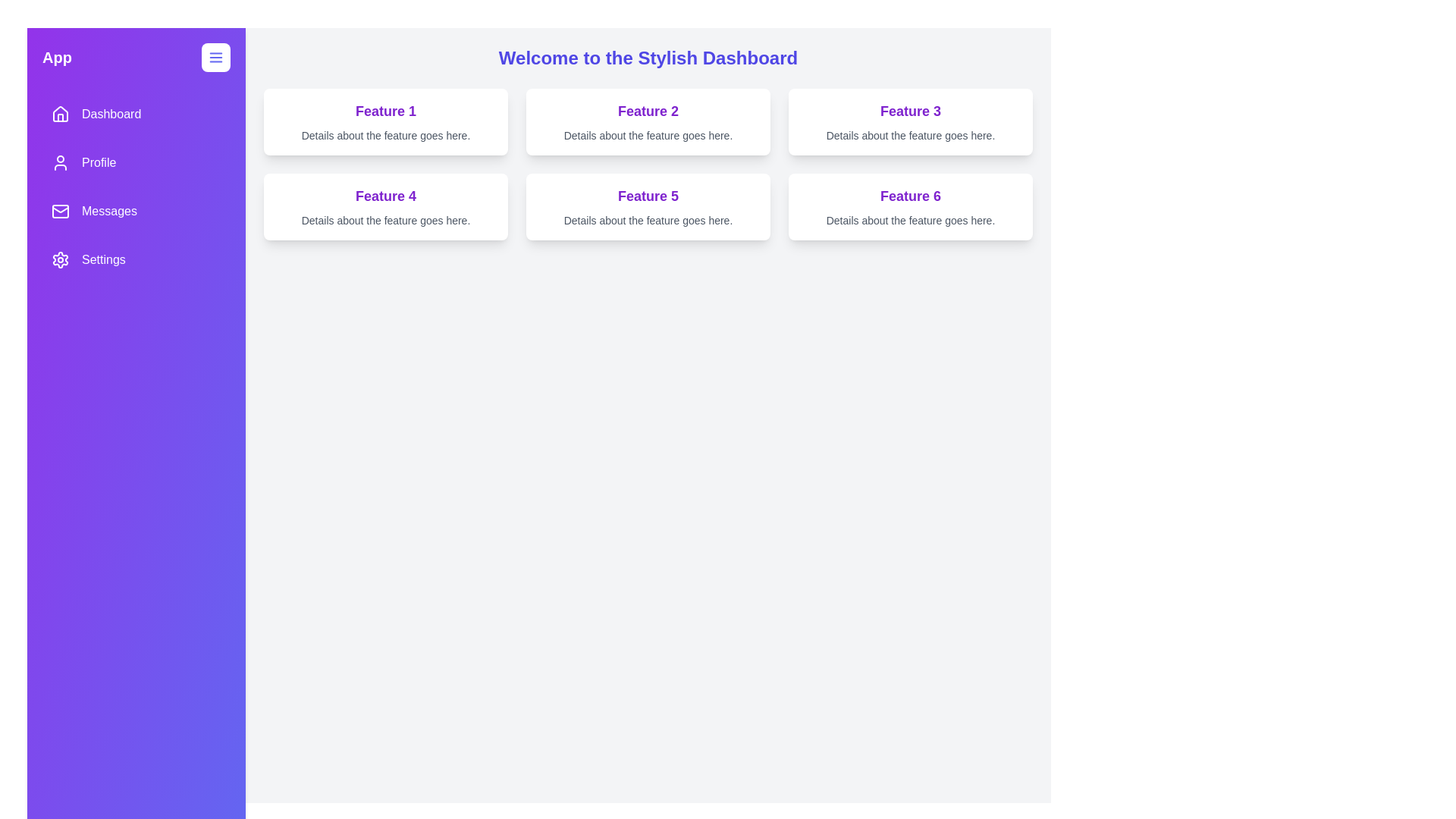  What do you see at coordinates (98, 163) in the screenshot?
I see `the 'Profile' text label in the navigation menu` at bounding box center [98, 163].